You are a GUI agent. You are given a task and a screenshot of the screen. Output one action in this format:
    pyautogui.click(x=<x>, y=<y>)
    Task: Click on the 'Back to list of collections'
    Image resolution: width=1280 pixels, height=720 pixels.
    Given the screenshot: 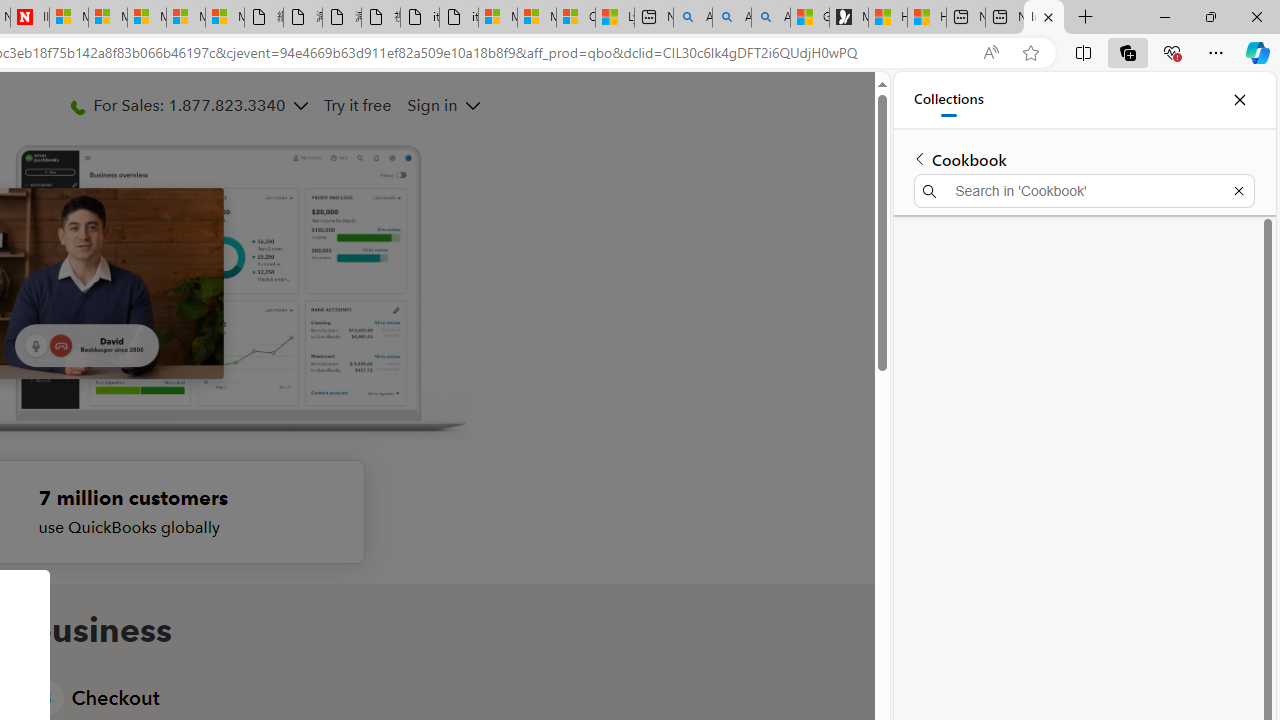 What is the action you would take?
    pyautogui.click(x=919, y=158)
    